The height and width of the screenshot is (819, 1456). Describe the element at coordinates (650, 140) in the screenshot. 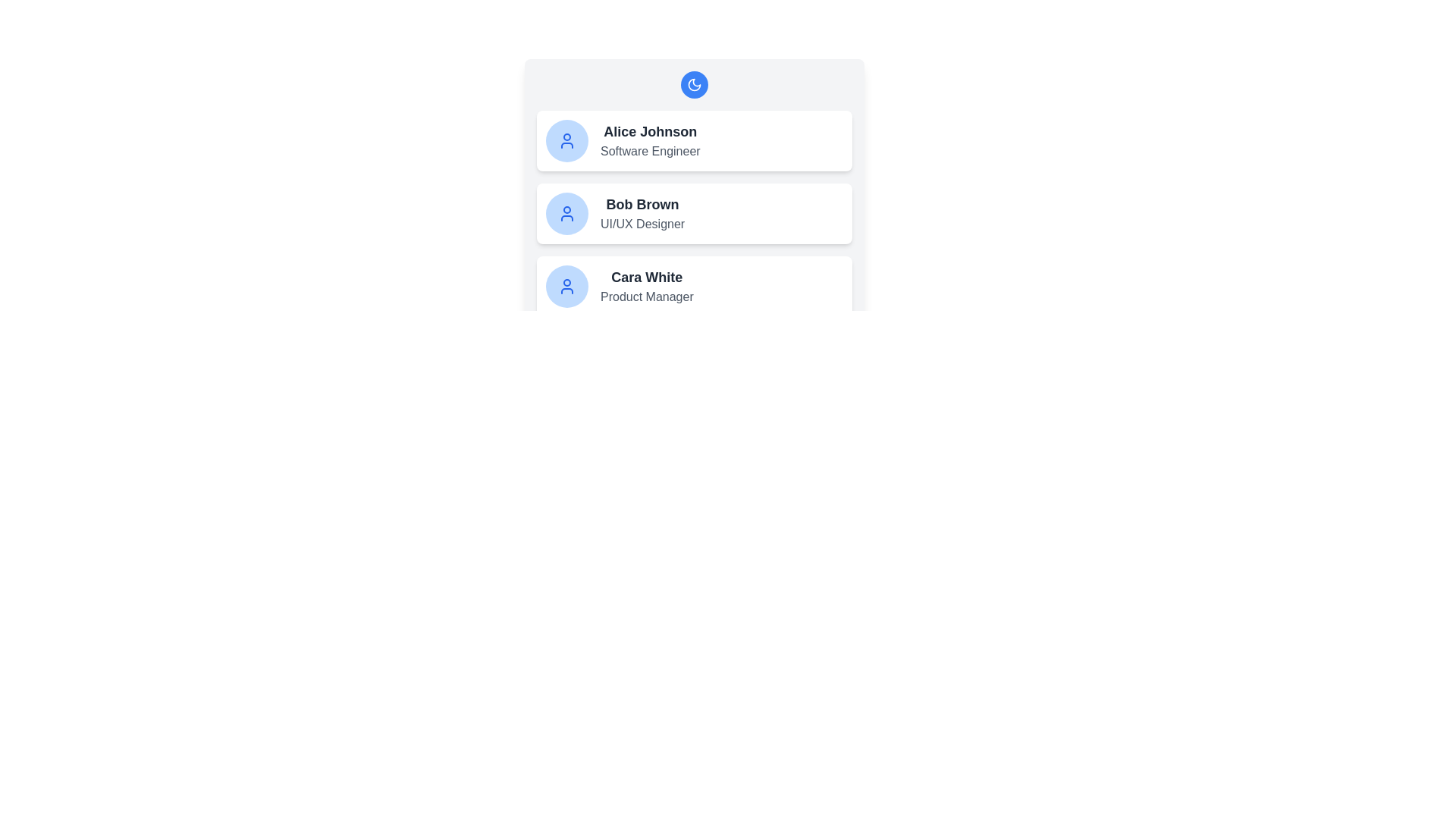

I see `the text 'Alice Johnson' within the Information display block` at that location.